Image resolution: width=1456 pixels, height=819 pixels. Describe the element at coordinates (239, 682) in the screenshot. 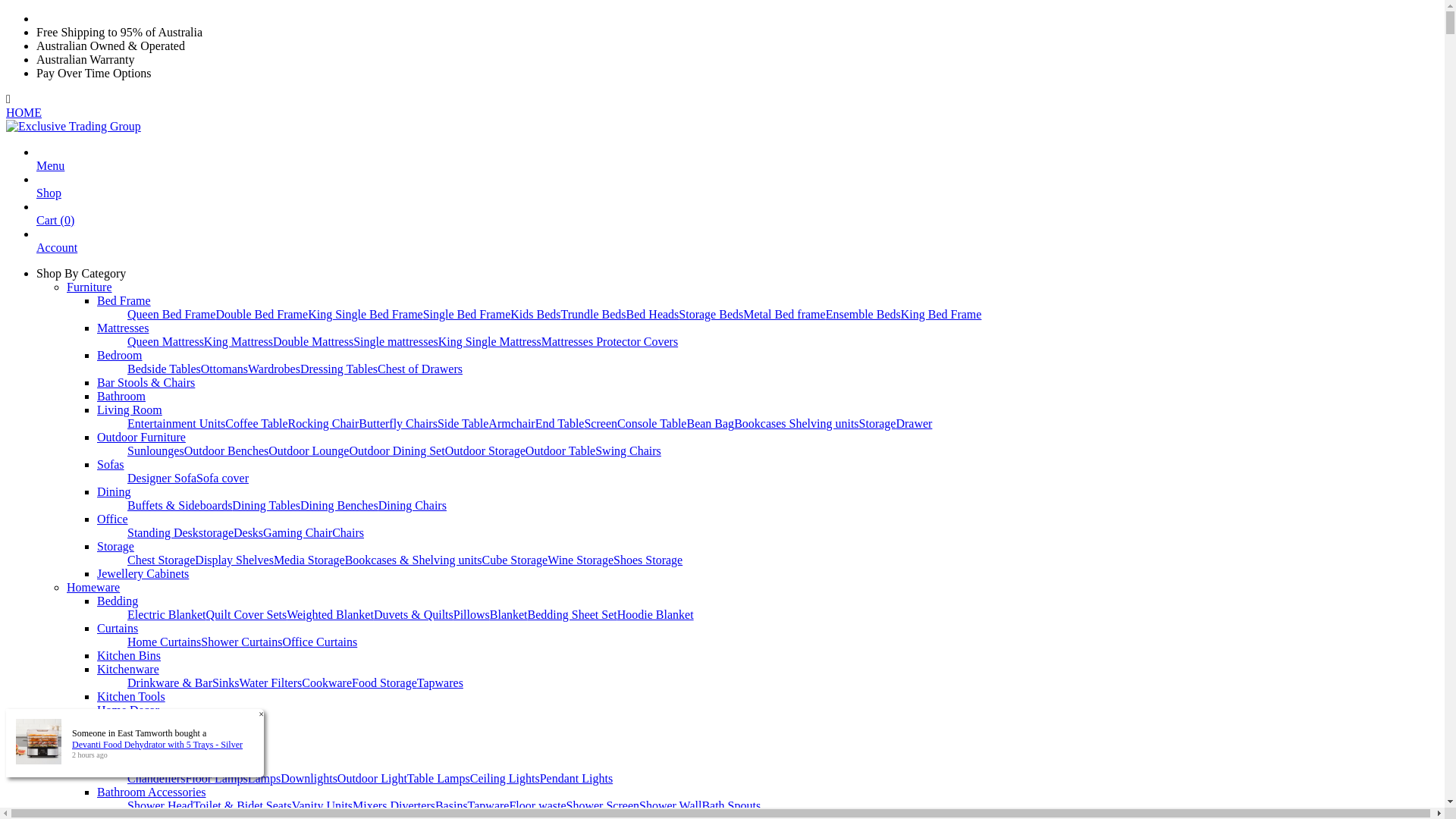

I see `'Water Filters'` at that location.